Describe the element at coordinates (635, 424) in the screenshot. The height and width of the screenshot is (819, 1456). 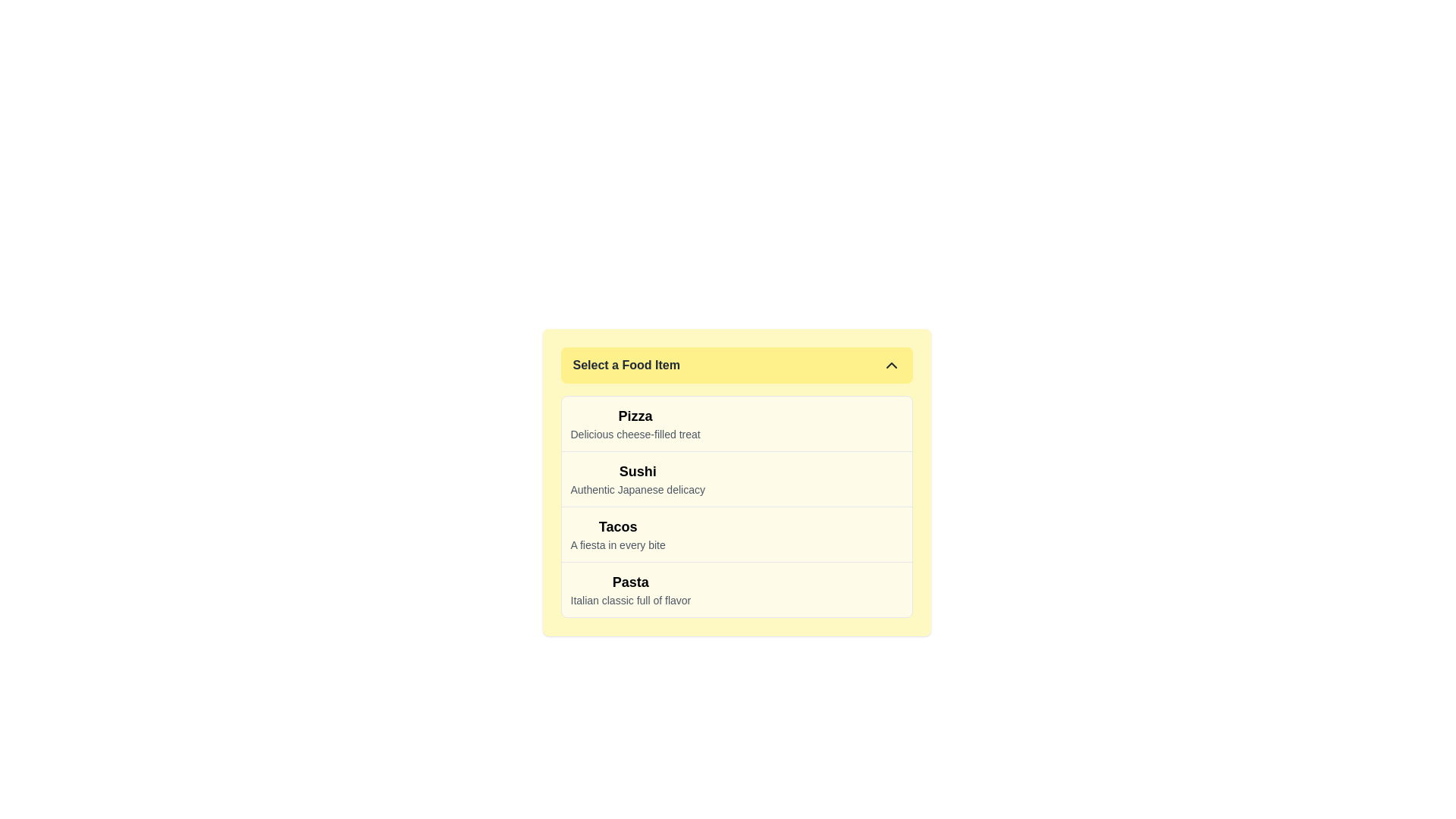
I see `the text display element showing 'Pizza' as the title and 'Delicious cheese-filled treat' as the description` at that location.